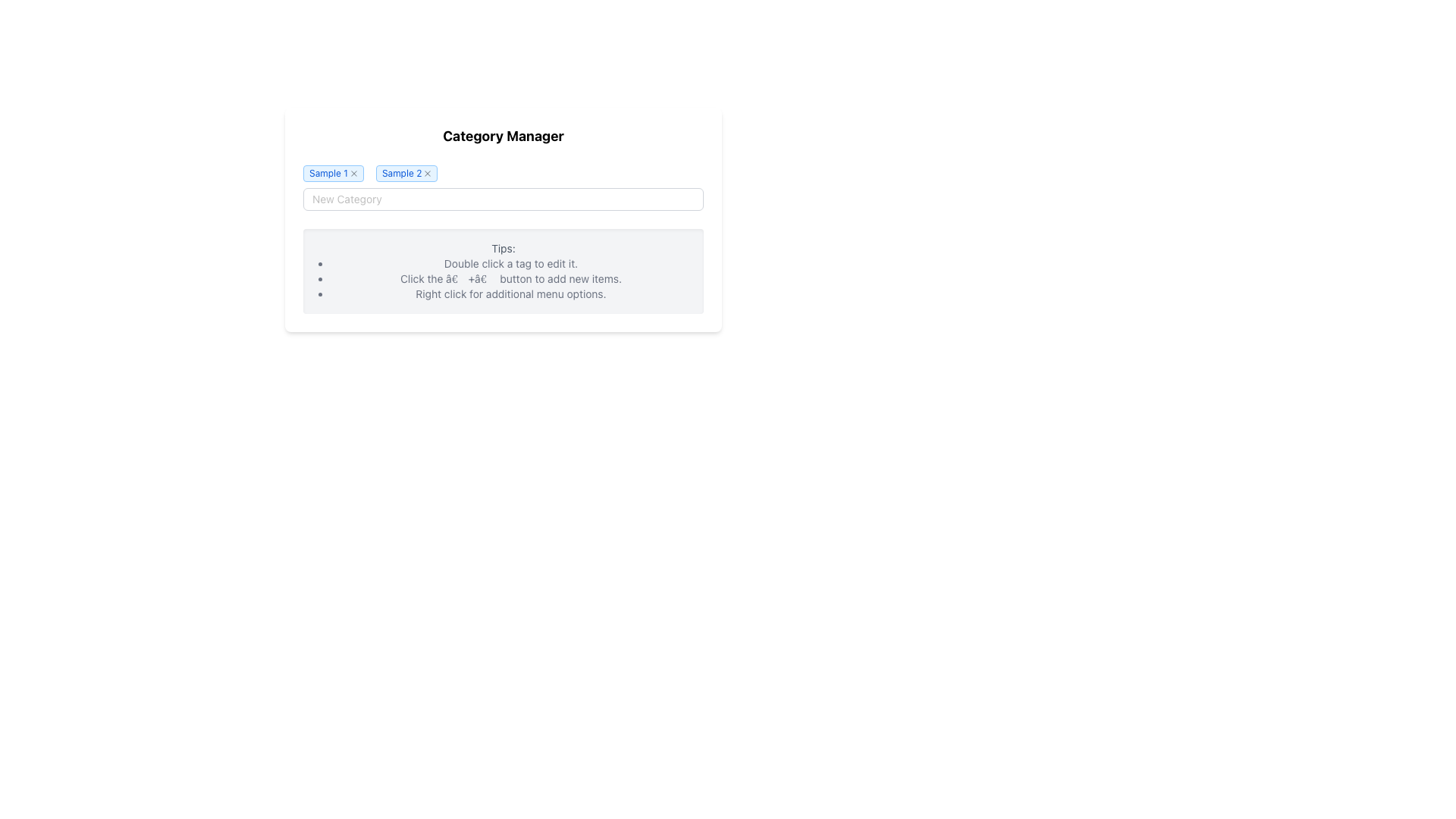 Image resolution: width=1456 pixels, height=819 pixels. What do you see at coordinates (427, 173) in the screenshot?
I see `the close icon button located at the far-right edge of the 'Sample 2' tag` at bounding box center [427, 173].